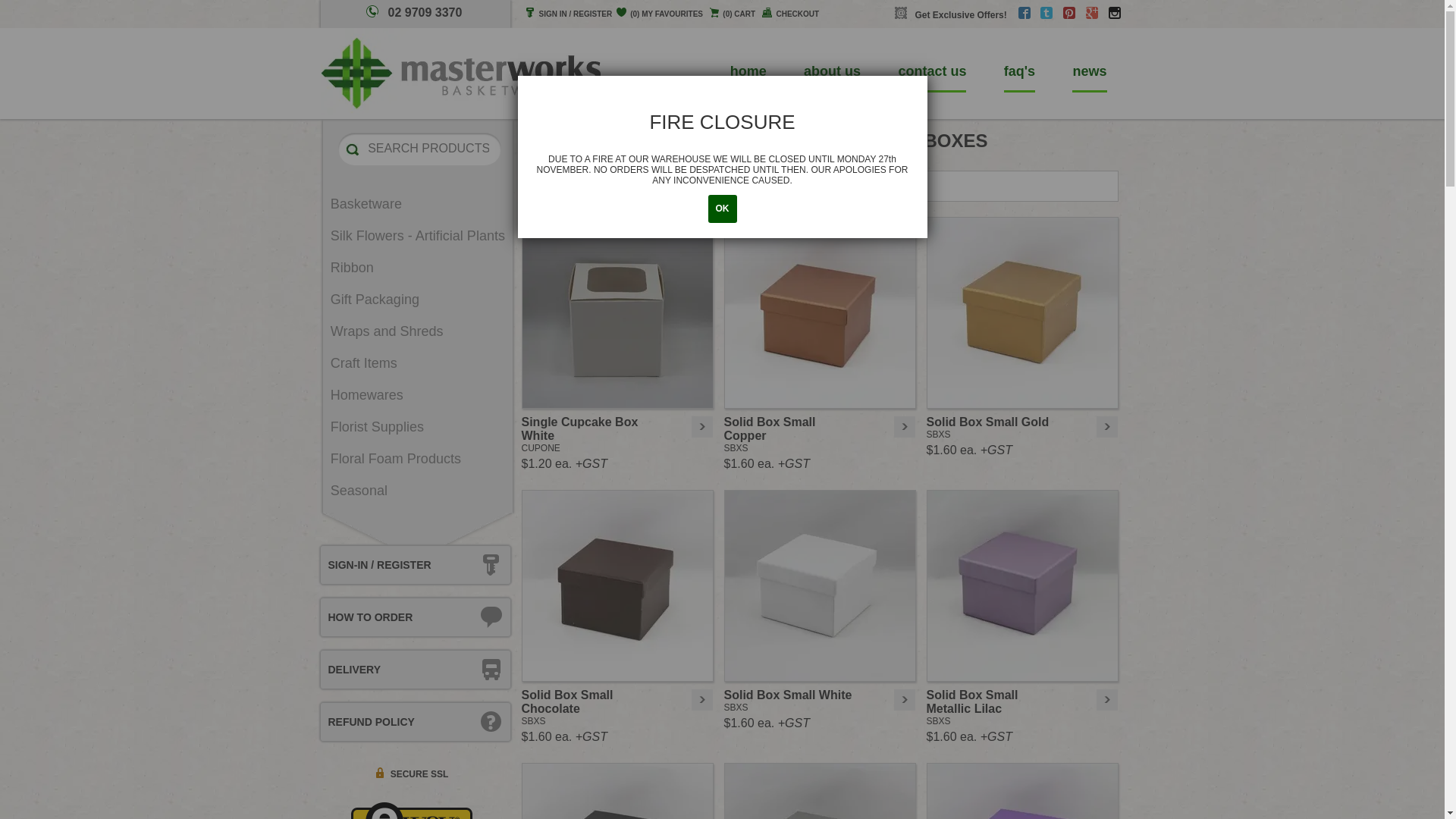 The height and width of the screenshot is (819, 1456). I want to click on 'Solid Box Small Metallic Lilac', so click(1028, 585).